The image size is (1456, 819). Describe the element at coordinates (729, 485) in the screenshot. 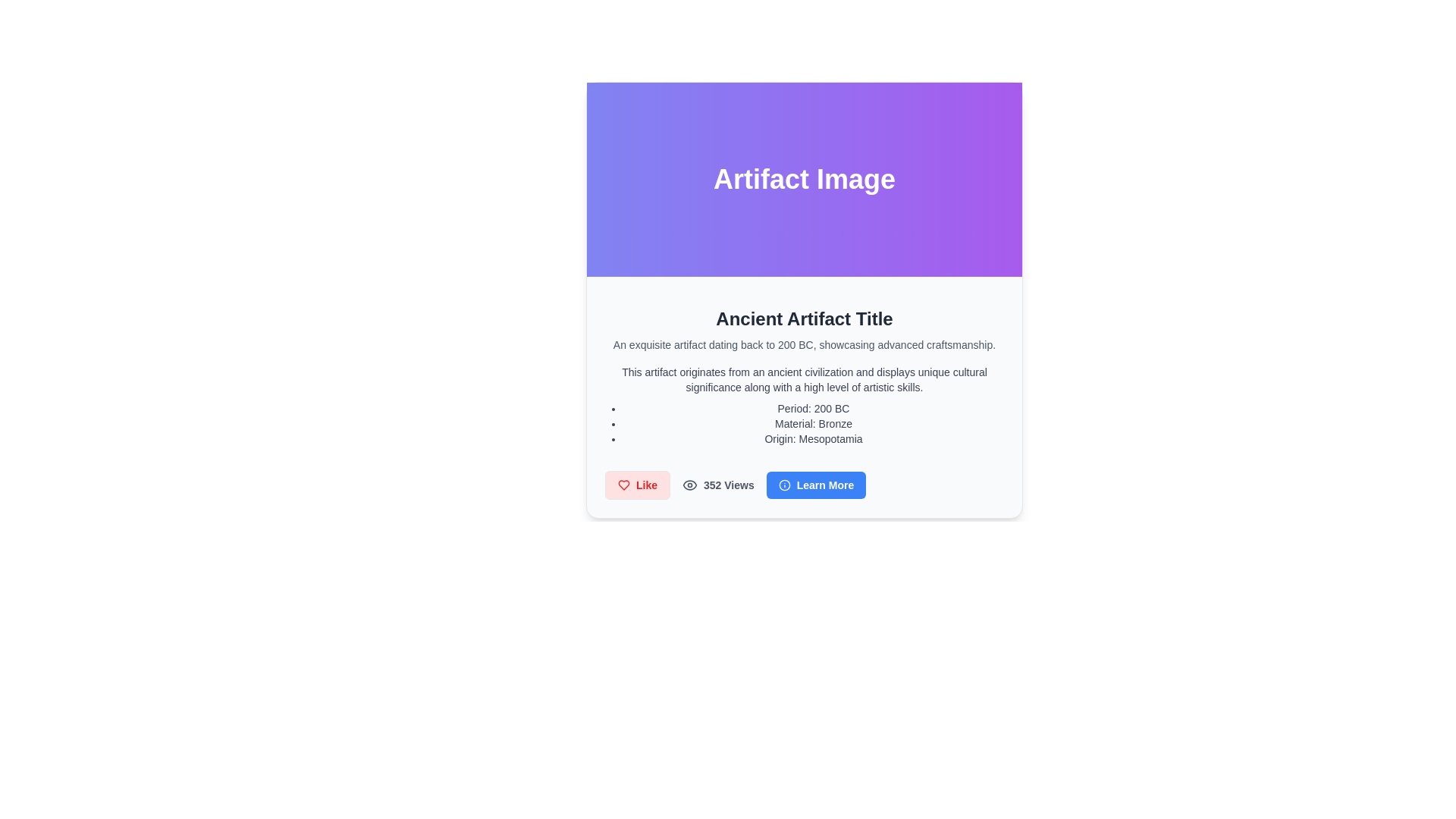

I see `the informational label that shows the number of times the artifact has been viewed, which is located to the right of the eye icon at the bottom center of the card` at that location.